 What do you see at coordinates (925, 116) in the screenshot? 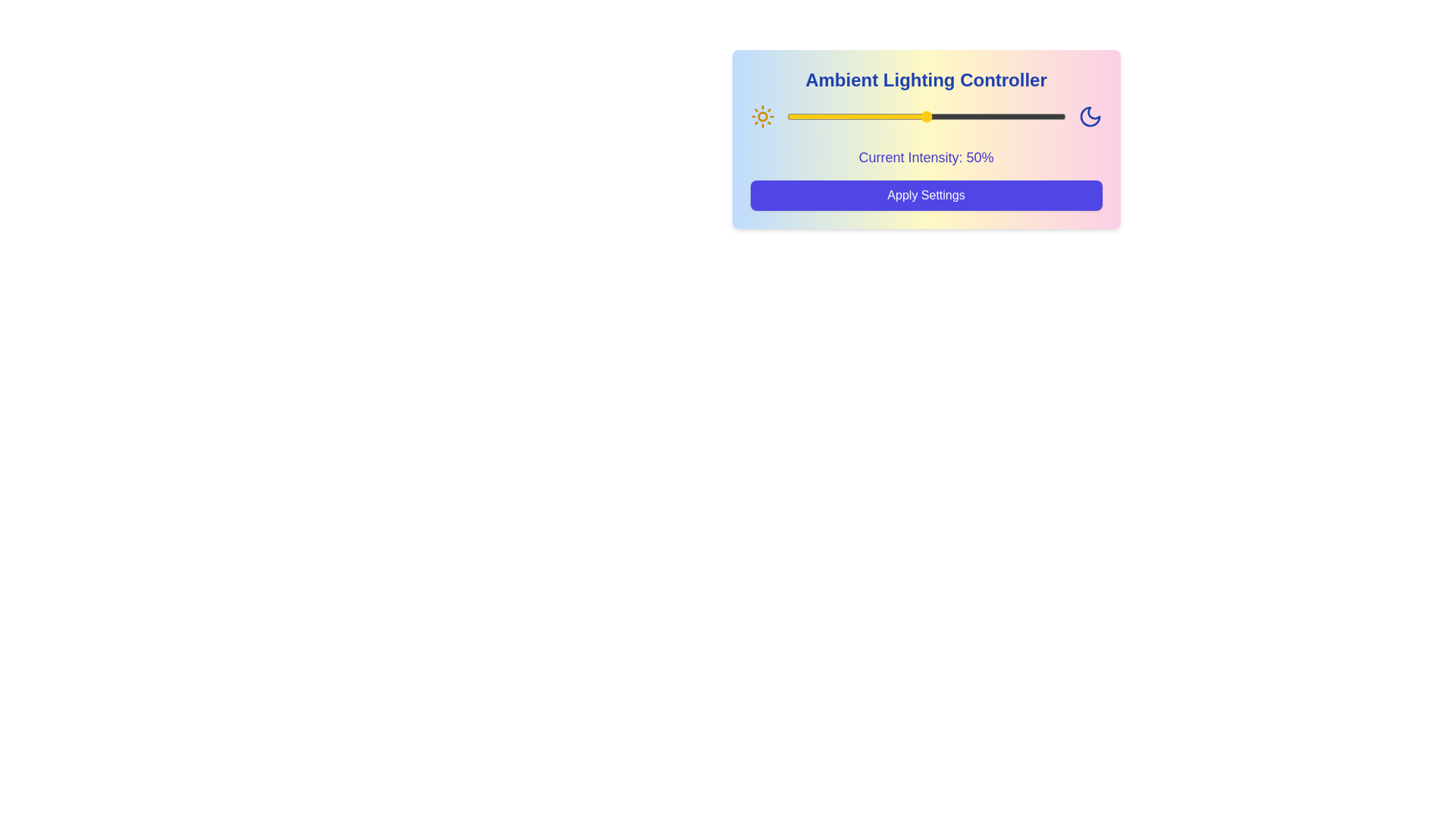
I see `the lighting intensity to 50% using the slider` at bounding box center [925, 116].